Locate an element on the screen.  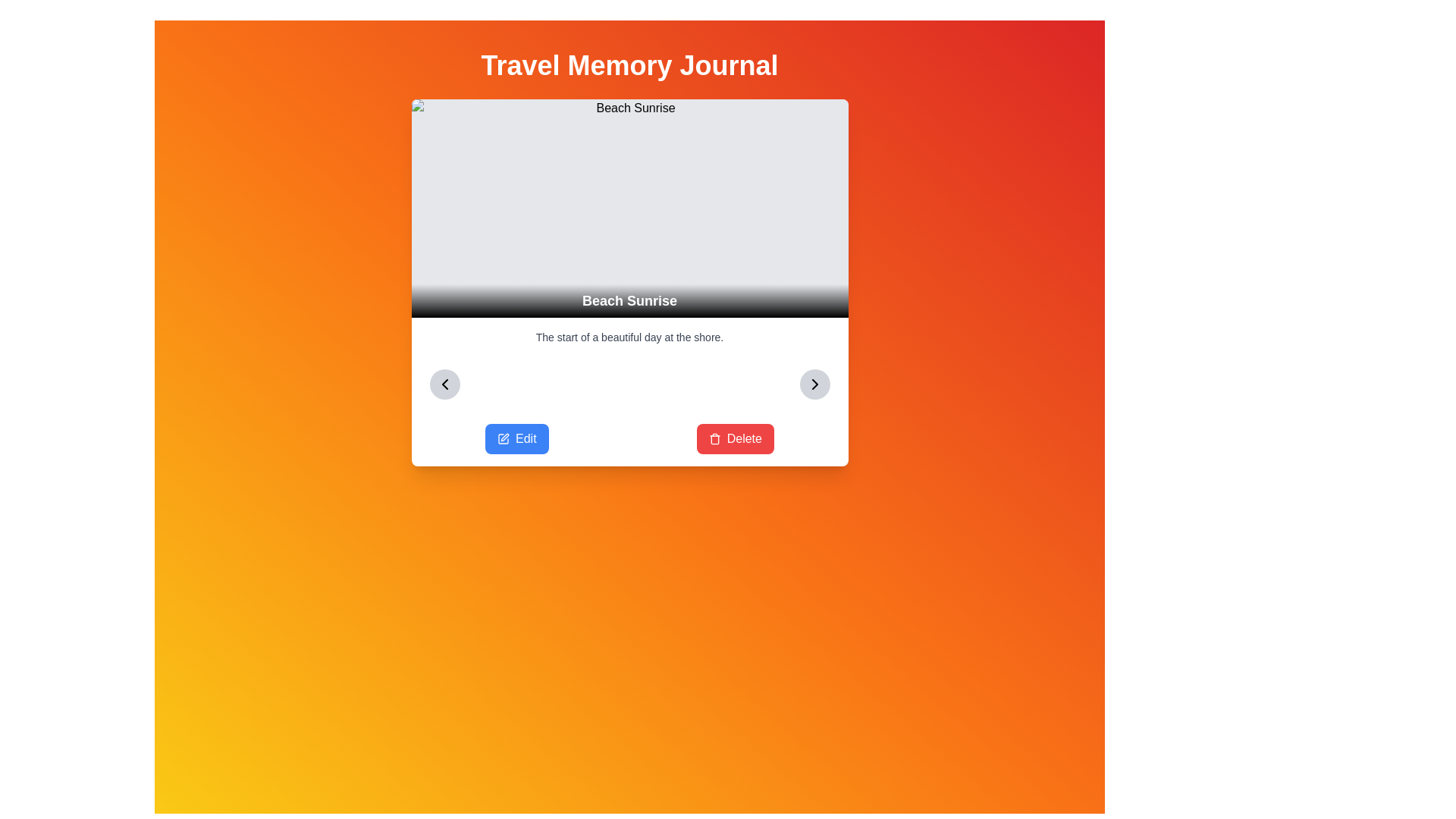
the blue 'Edit' button with white text and a pen icon is located at coordinates (516, 438).